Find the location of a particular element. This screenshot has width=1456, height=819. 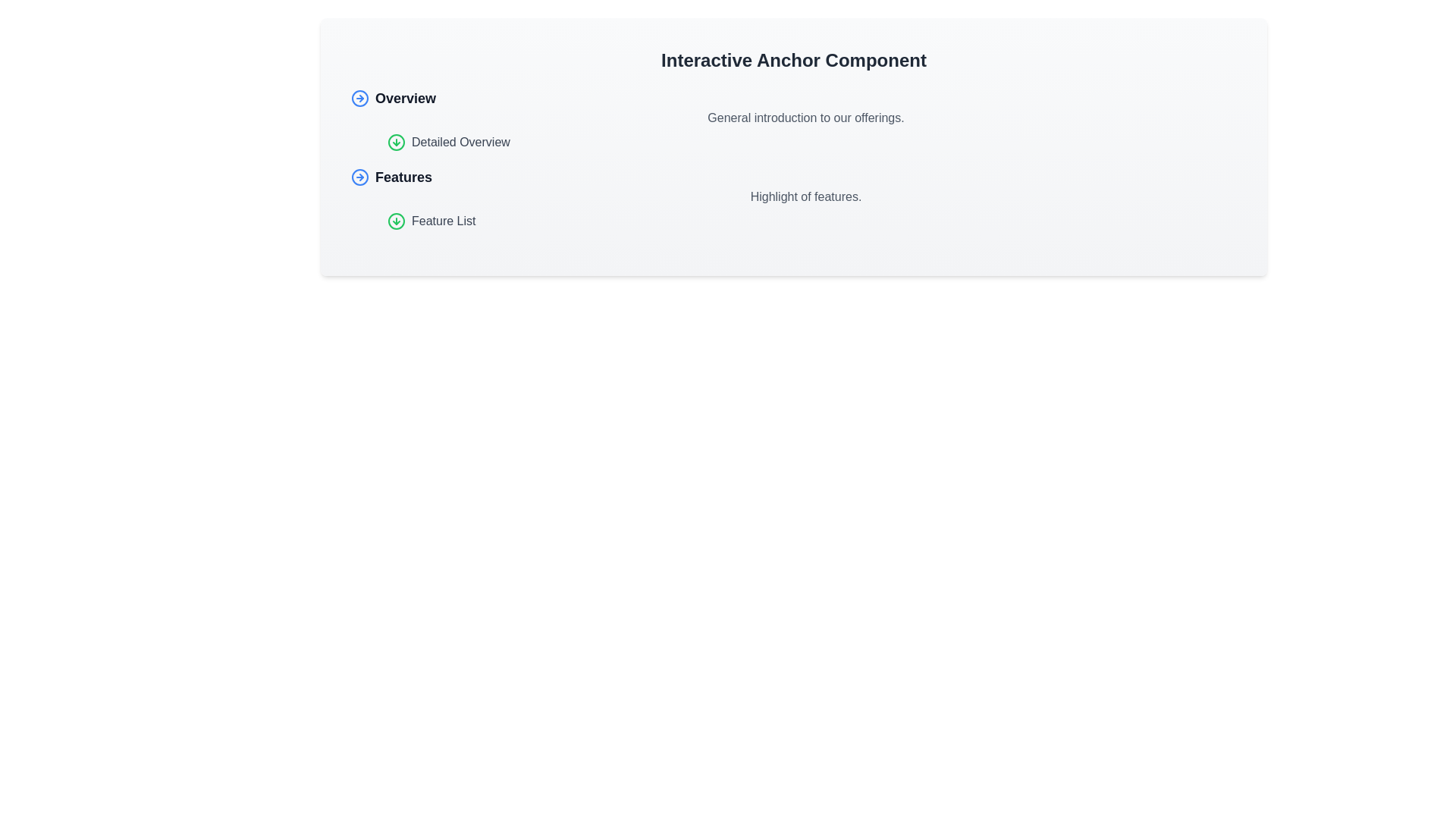

the static text located underneath the 'Overview' heading, which serves as an introductory description and is the second text content among its siblings is located at coordinates (805, 117).